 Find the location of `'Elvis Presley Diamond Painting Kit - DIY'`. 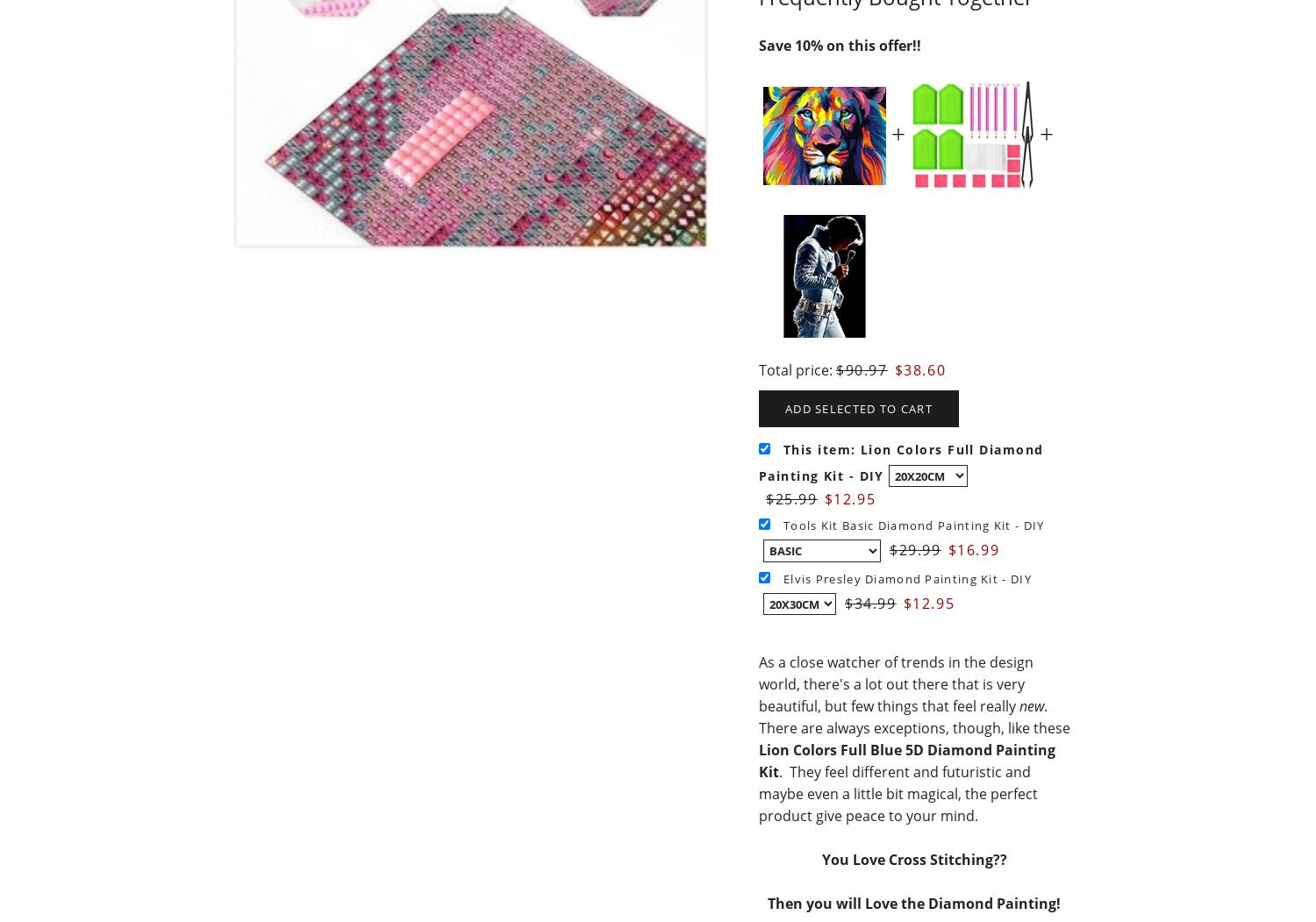

'Elvis Presley Diamond Painting Kit - DIY' is located at coordinates (906, 577).